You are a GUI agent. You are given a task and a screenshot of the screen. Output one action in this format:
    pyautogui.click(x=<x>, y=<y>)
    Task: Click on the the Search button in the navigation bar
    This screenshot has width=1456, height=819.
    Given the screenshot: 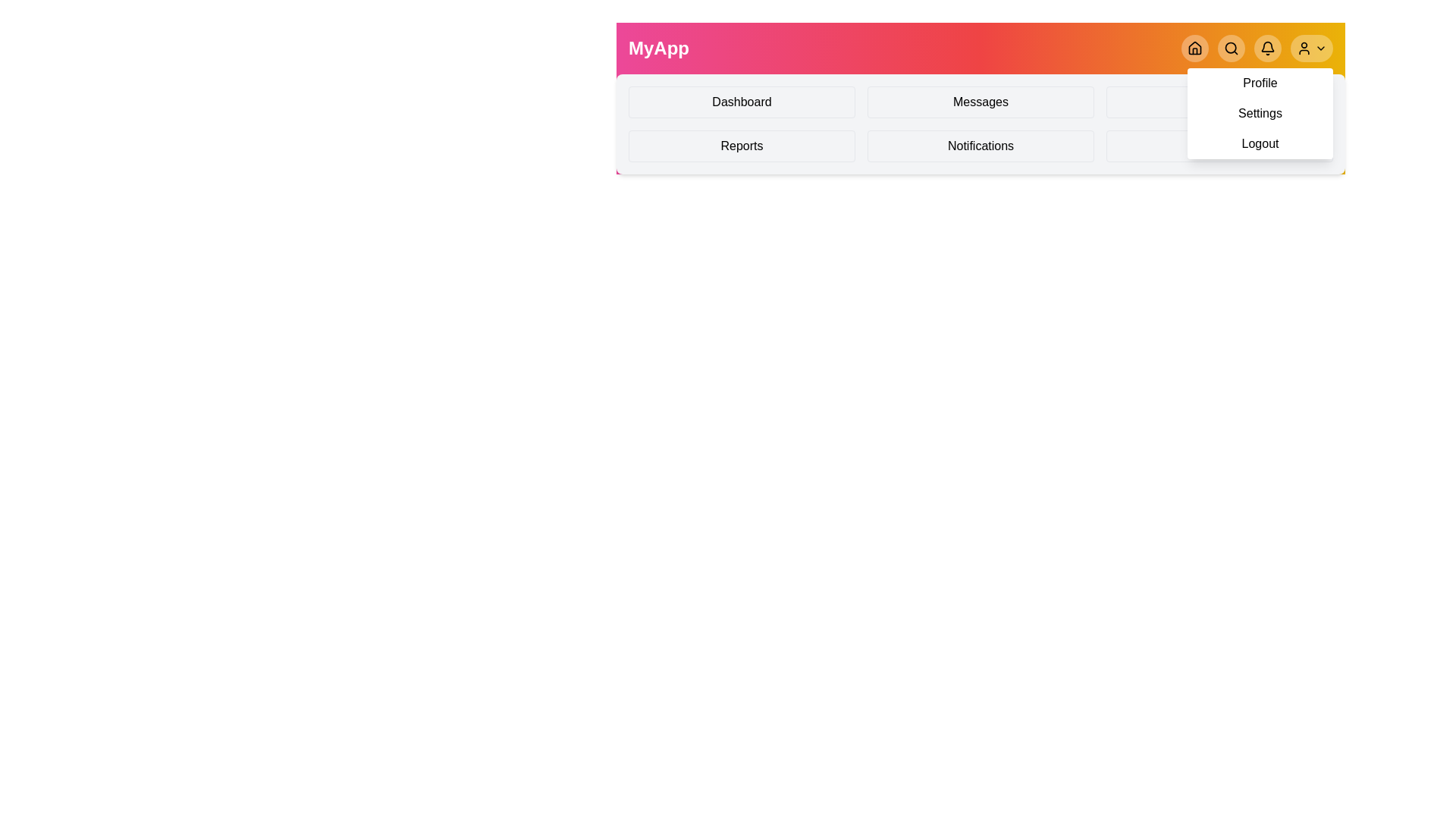 What is the action you would take?
    pyautogui.click(x=1231, y=48)
    